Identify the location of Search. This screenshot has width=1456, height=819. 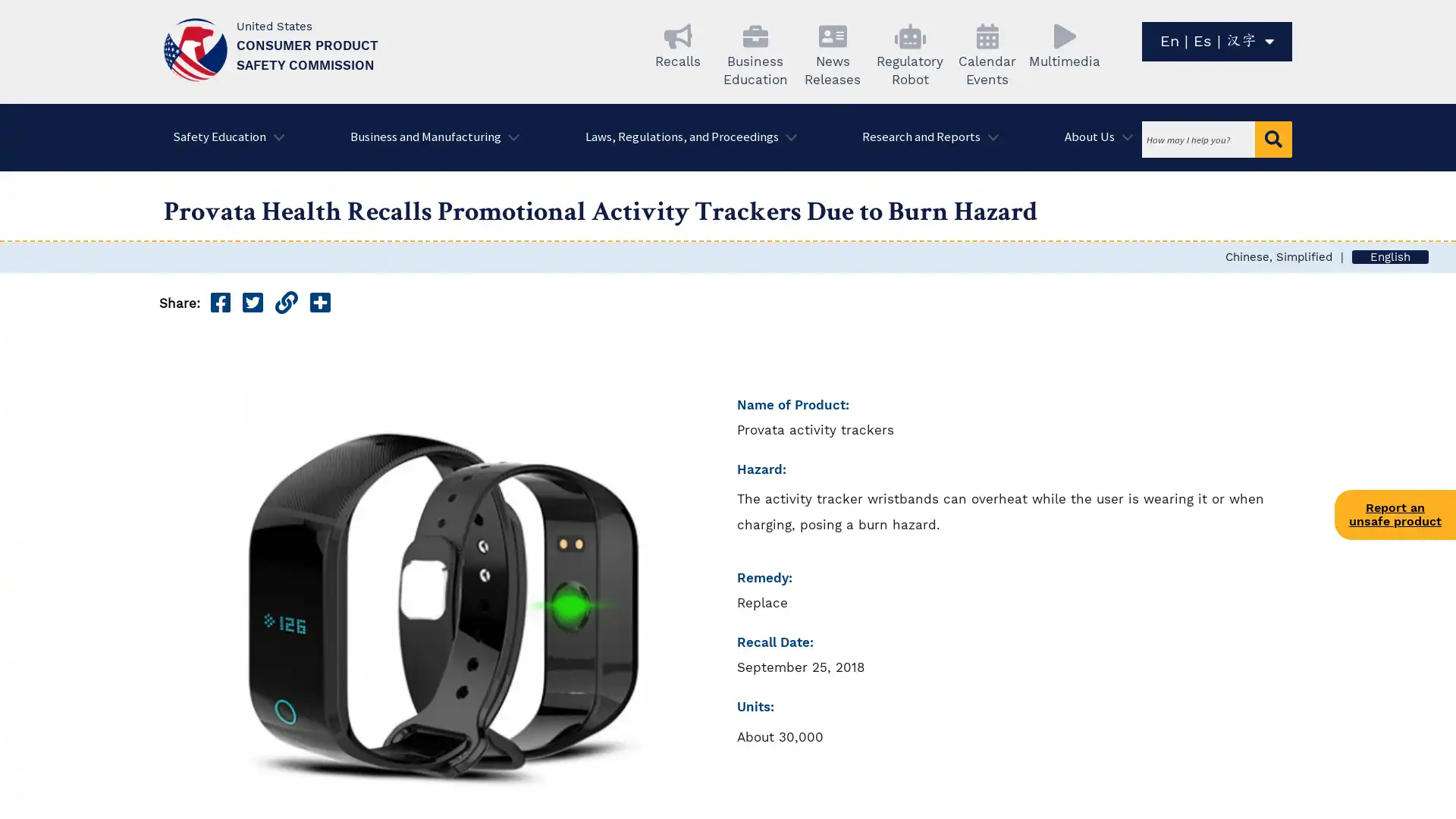
(1273, 140).